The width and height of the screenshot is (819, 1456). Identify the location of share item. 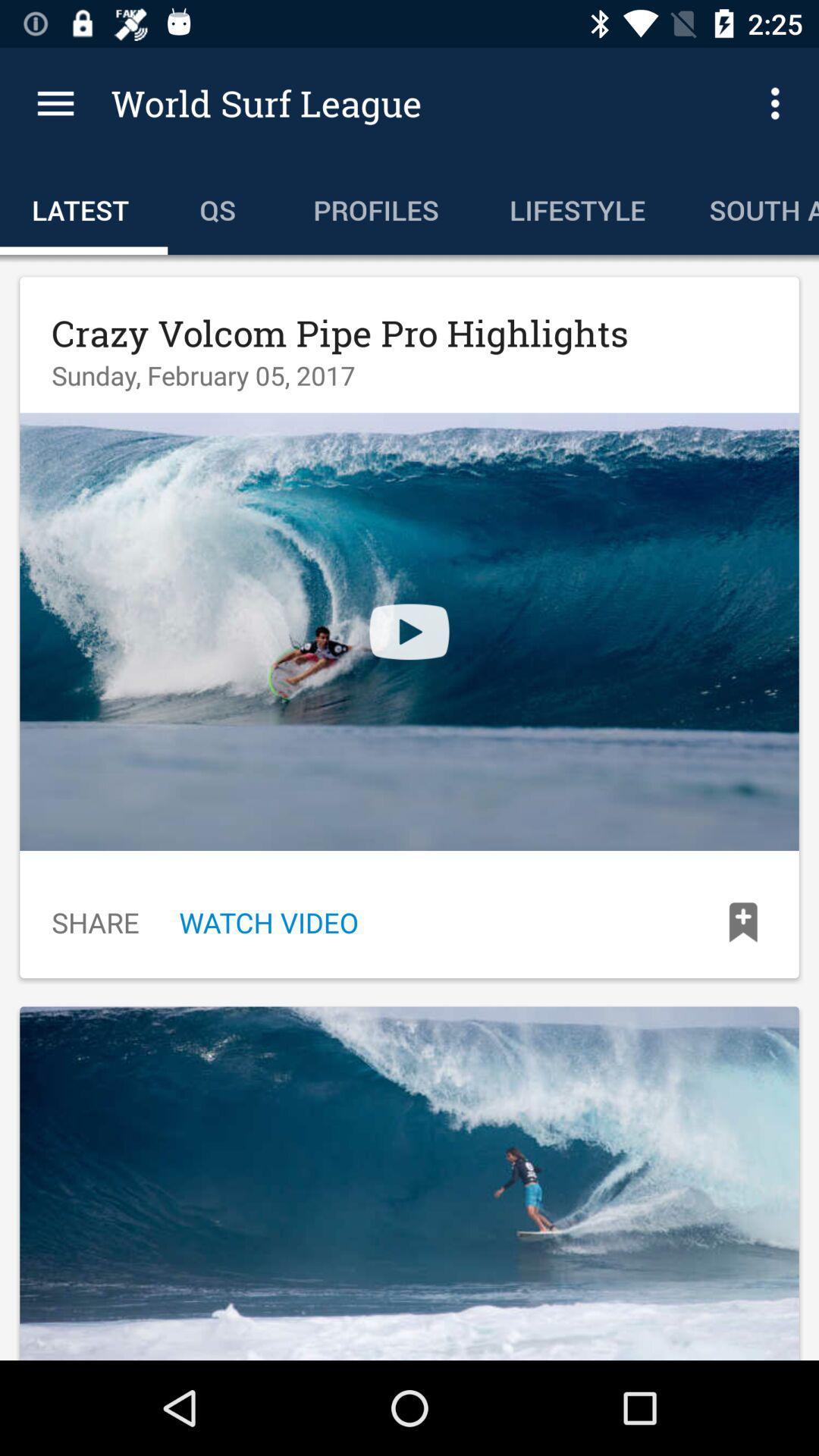
(96, 921).